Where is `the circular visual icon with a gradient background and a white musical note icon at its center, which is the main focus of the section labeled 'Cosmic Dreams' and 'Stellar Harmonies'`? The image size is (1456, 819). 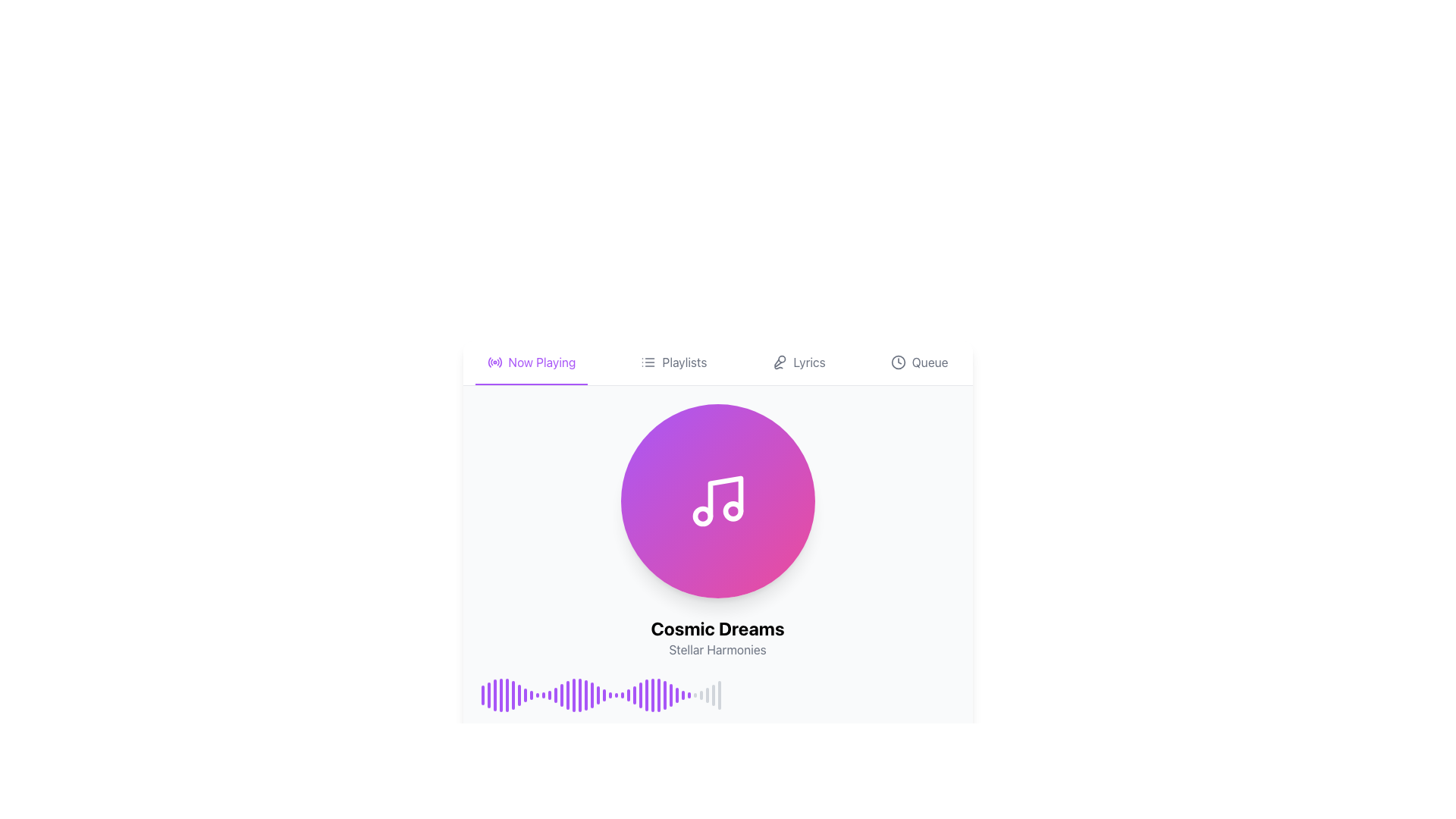
the circular visual icon with a gradient background and a white musical note icon at its center, which is the main focus of the section labeled 'Cosmic Dreams' and 'Stellar Harmonies' is located at coordinates (717, 500).